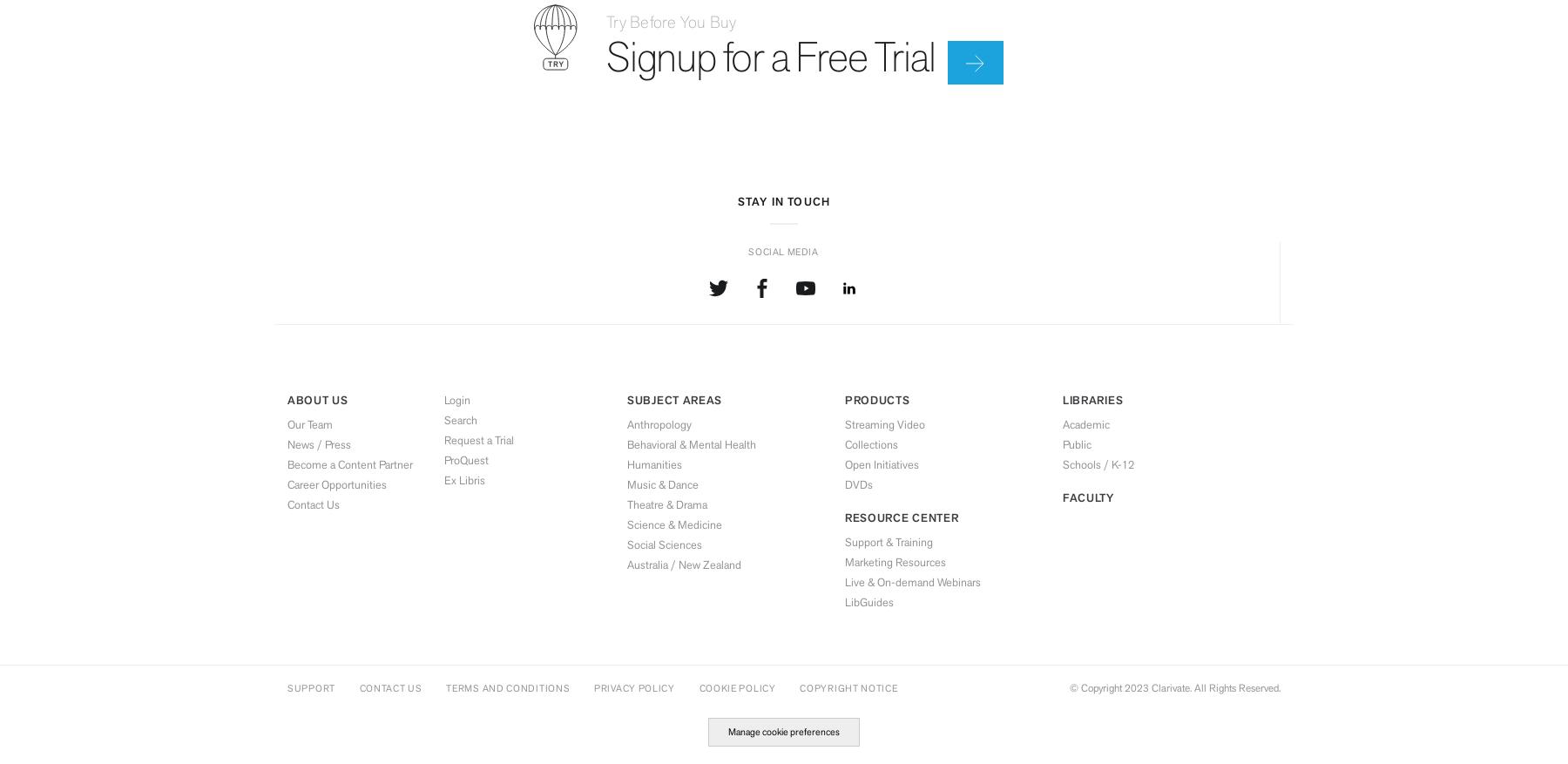  I want to click on 'Collections', so click(869, 443).